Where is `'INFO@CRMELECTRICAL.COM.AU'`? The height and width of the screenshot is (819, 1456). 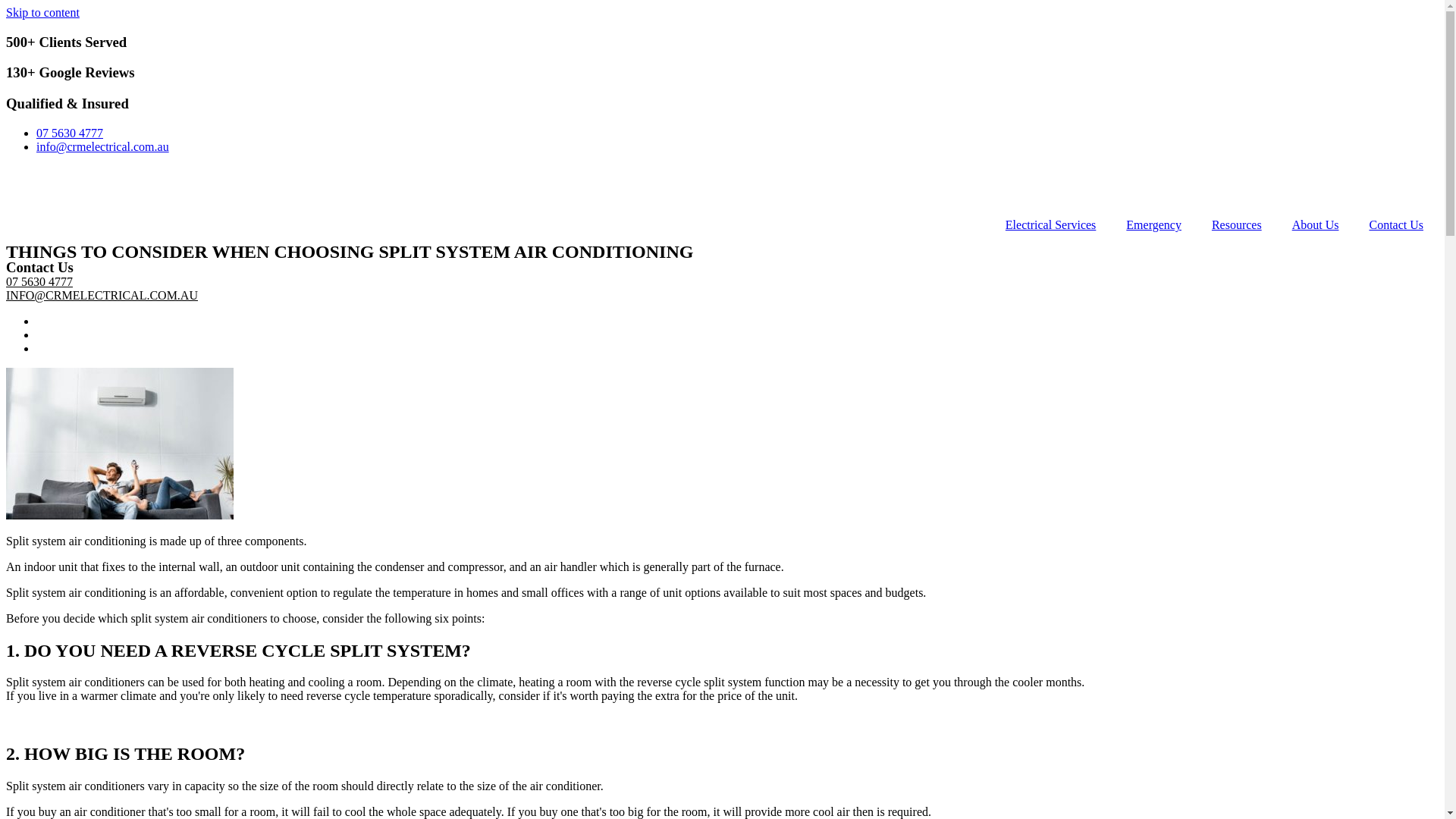
'INFO@CRMELECTRICAL.COM.AU' is located at coordinates (101, 295).